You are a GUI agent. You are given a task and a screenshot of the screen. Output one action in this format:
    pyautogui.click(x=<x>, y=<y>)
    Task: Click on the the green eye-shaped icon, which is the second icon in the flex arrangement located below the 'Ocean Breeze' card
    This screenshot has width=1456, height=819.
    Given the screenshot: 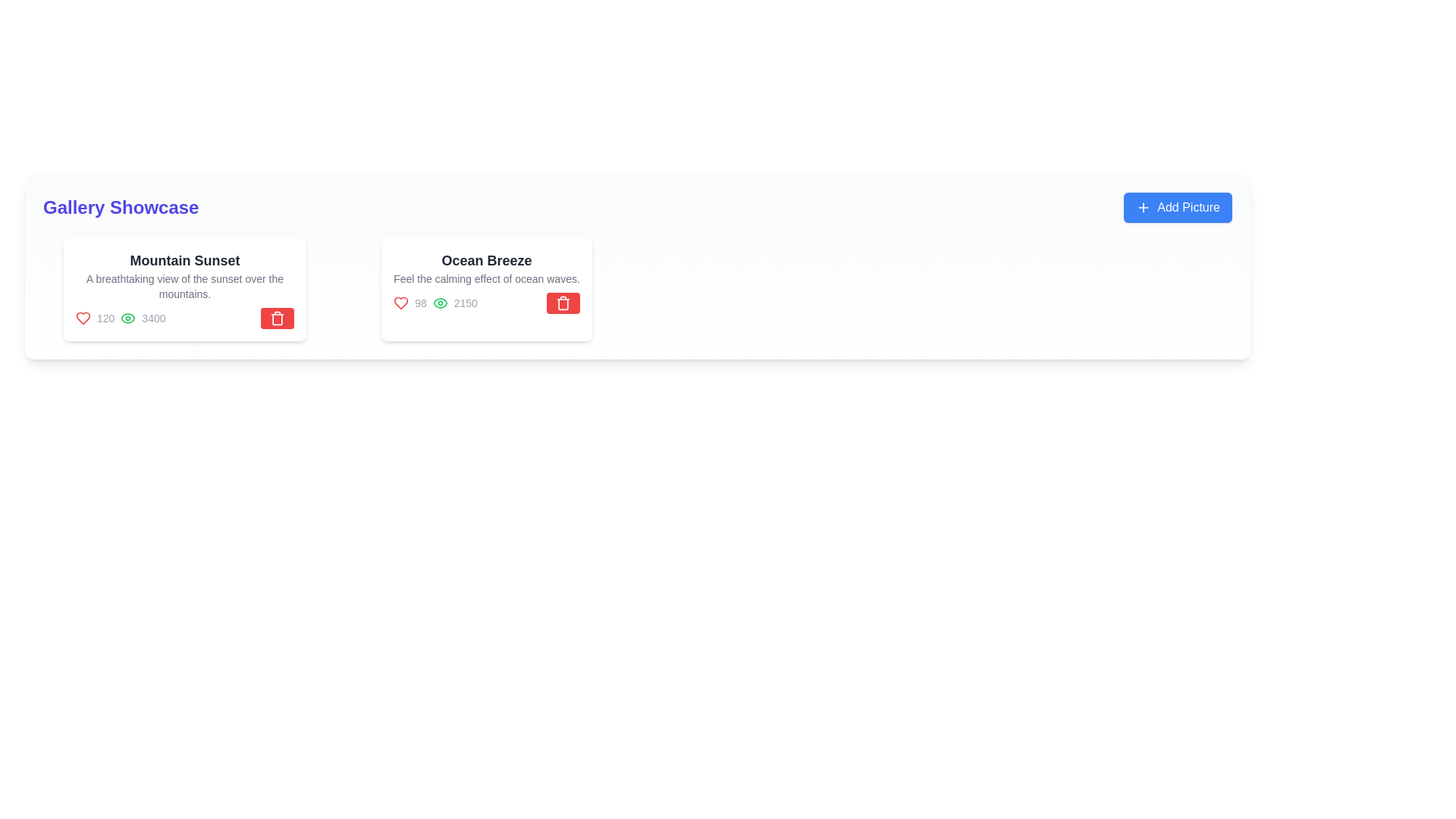 What is the action you would take?
    pyautogui.click(x=439, y=303)
    